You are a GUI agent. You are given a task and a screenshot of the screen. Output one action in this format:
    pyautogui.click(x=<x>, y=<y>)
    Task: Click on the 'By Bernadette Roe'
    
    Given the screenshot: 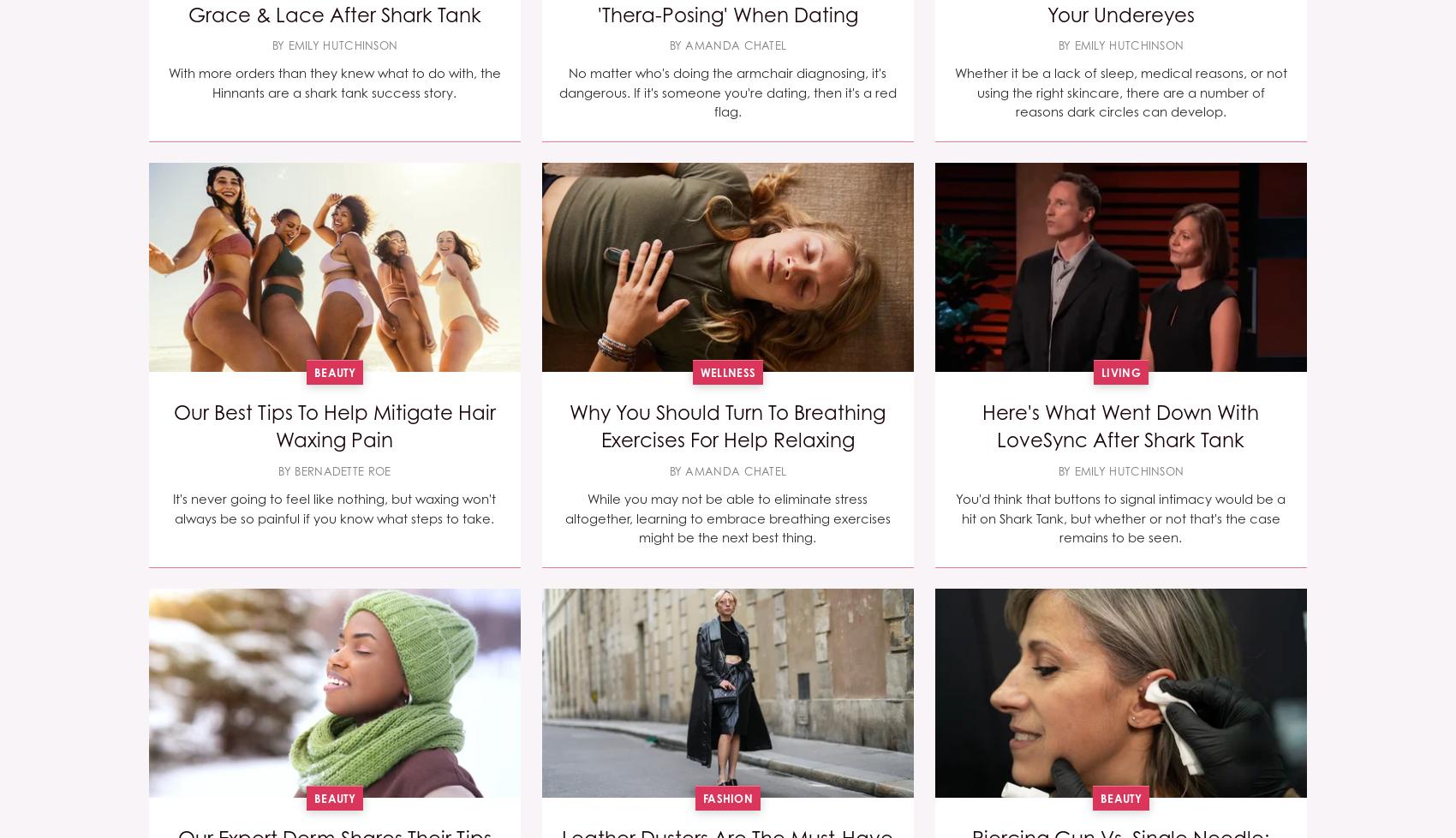 What is the action you would take?
    pyautogui.click(x=277, y=470)
    